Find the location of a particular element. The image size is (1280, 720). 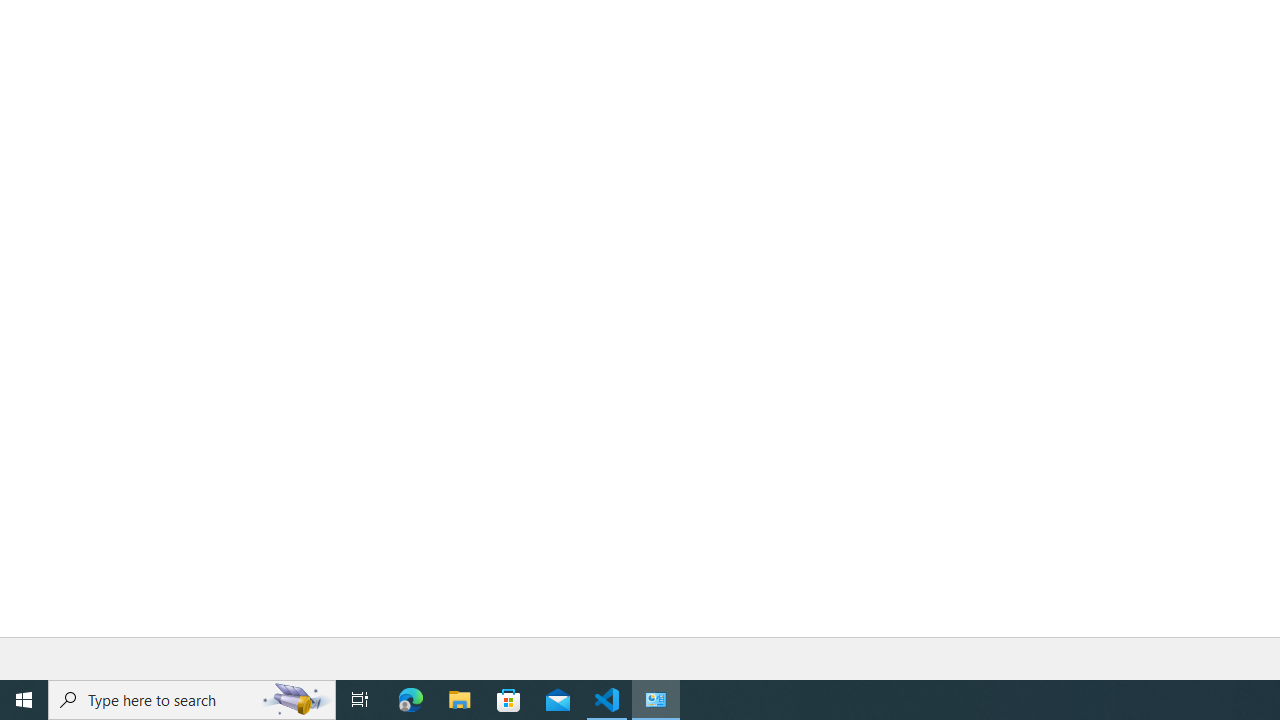

'Type here to search' is located at coordinates (192, 698).